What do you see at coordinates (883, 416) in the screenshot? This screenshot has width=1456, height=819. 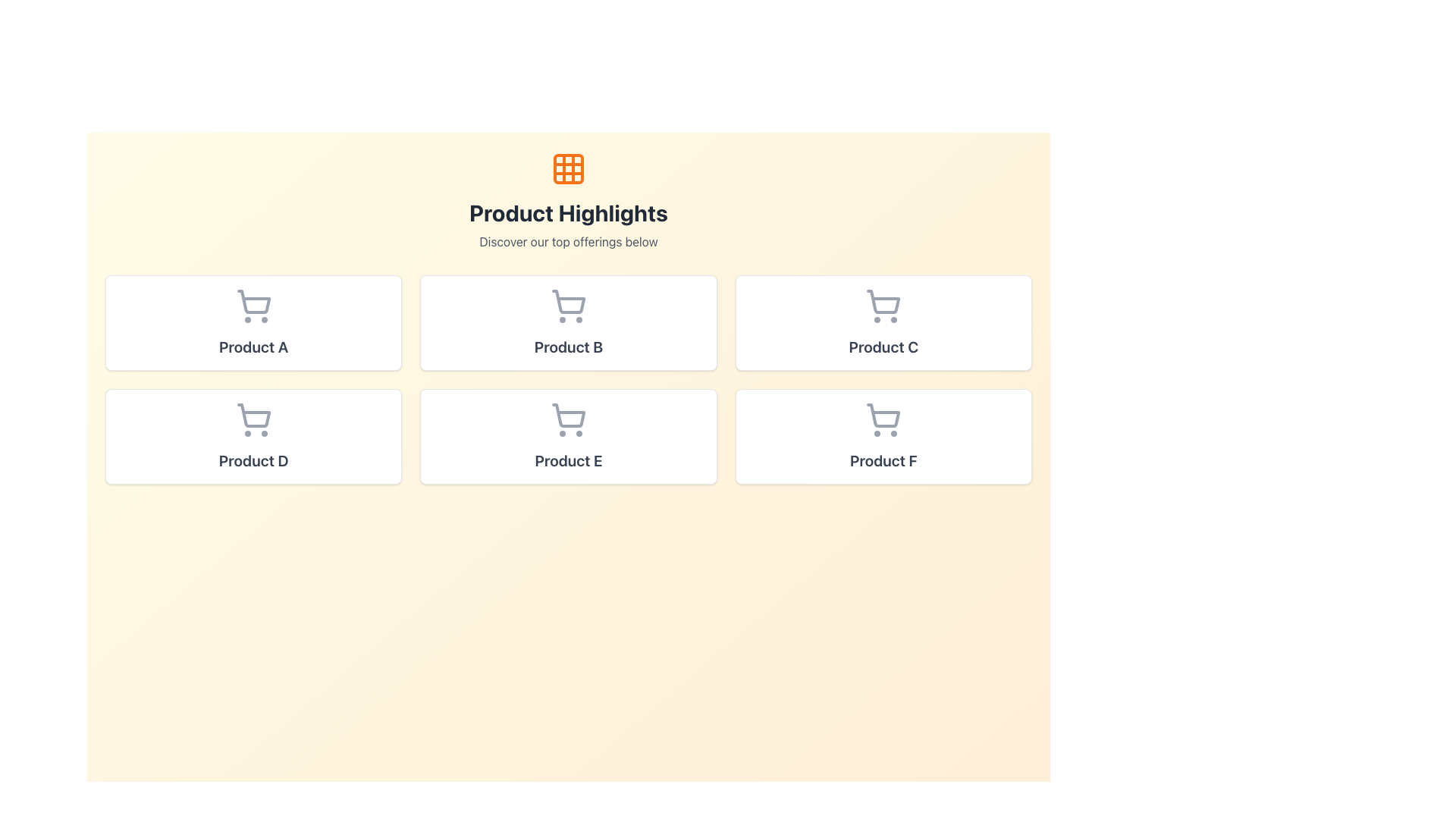 I see `the minimalistic gray shopping cart icon located in the bottom-right corner of the grid layout under the 'Product F' entry` at bounding box center [883, 416].